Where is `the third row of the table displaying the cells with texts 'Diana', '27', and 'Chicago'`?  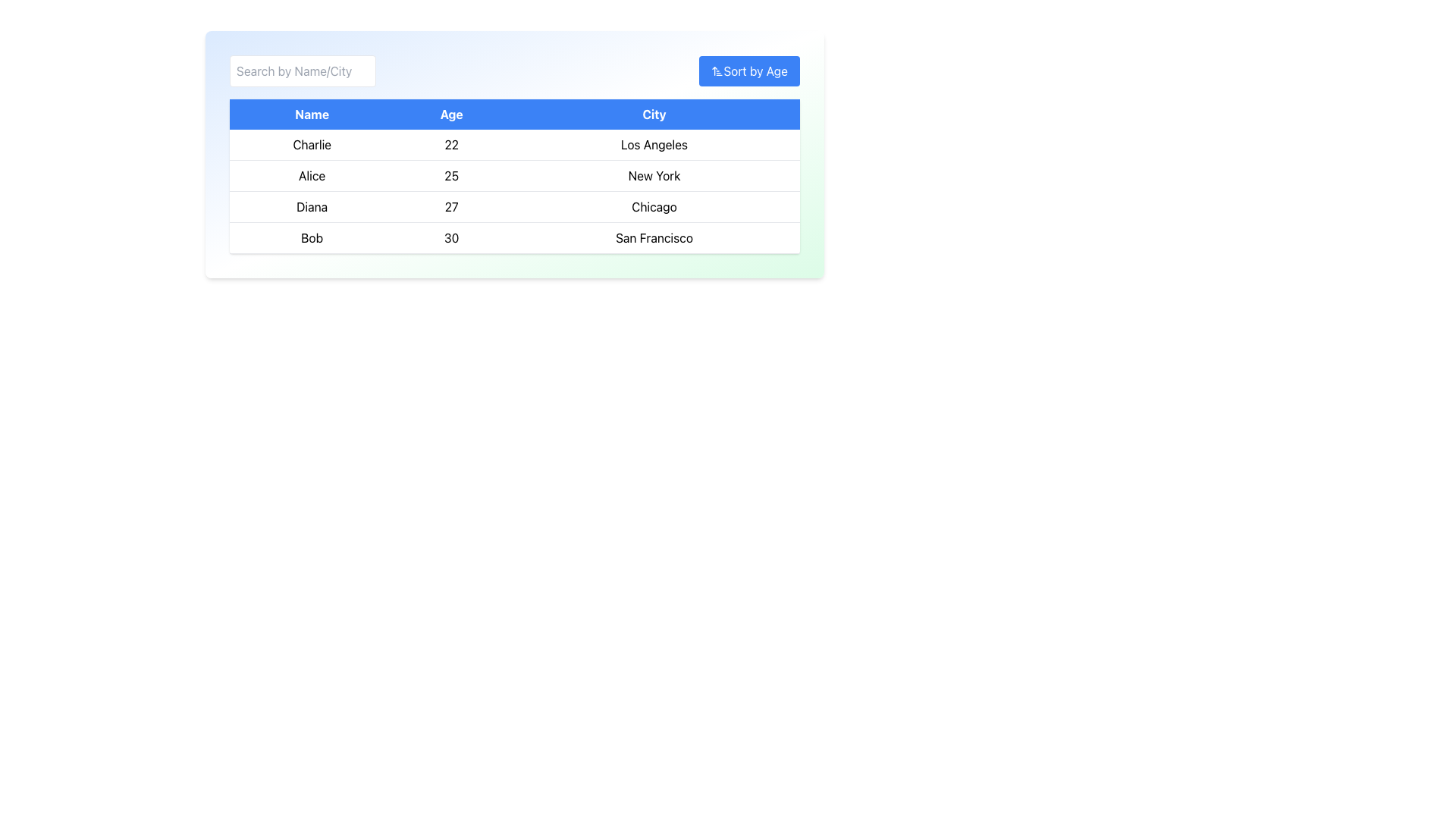
the third row of the table displaying the cells with texts 'Diana', '27', and 'Chicago' is located at coordinates (514, 207).